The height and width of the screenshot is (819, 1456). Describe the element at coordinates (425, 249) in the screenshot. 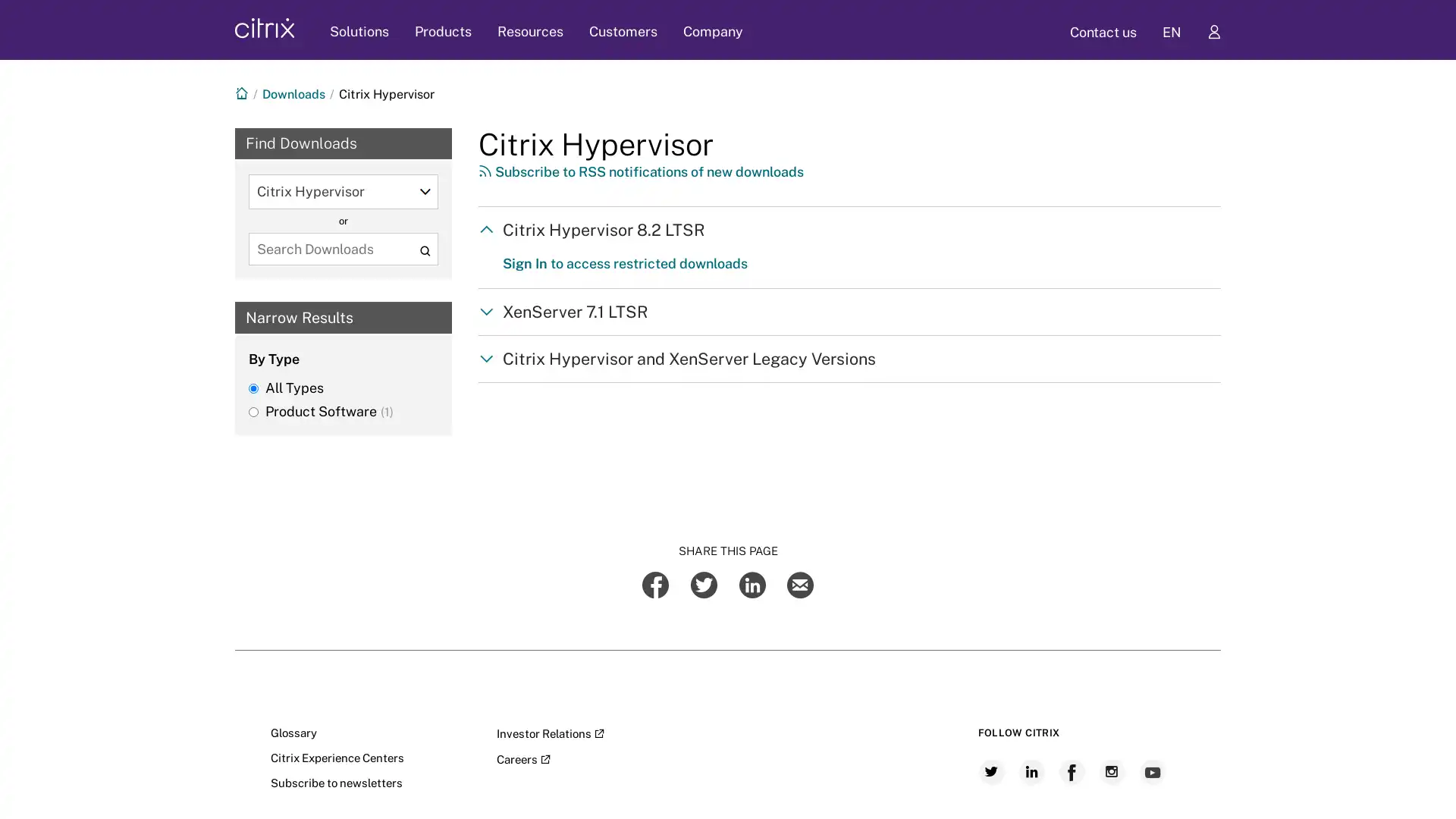

I see `Search` at that location.